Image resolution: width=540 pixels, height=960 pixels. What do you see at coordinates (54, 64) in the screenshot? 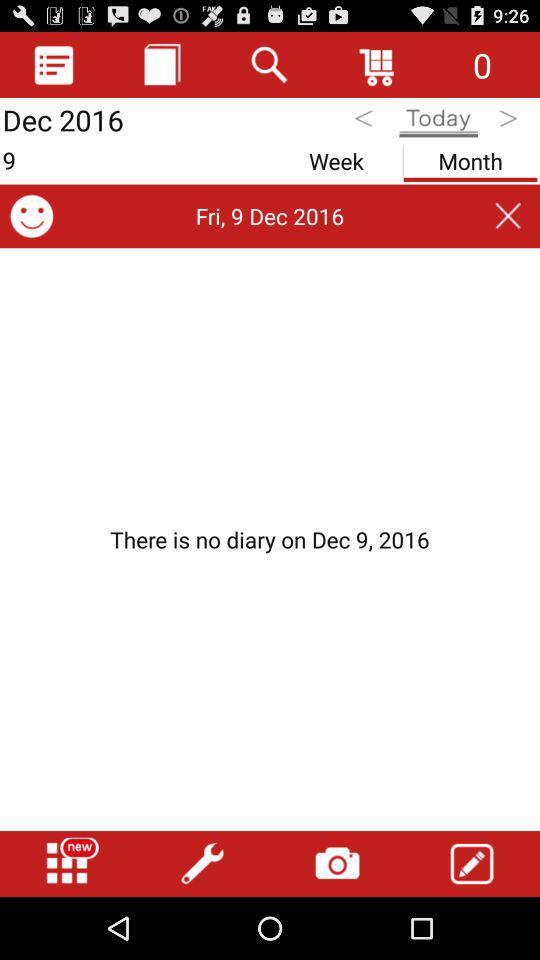
I see `open diary` at bounding box center [54, 64].